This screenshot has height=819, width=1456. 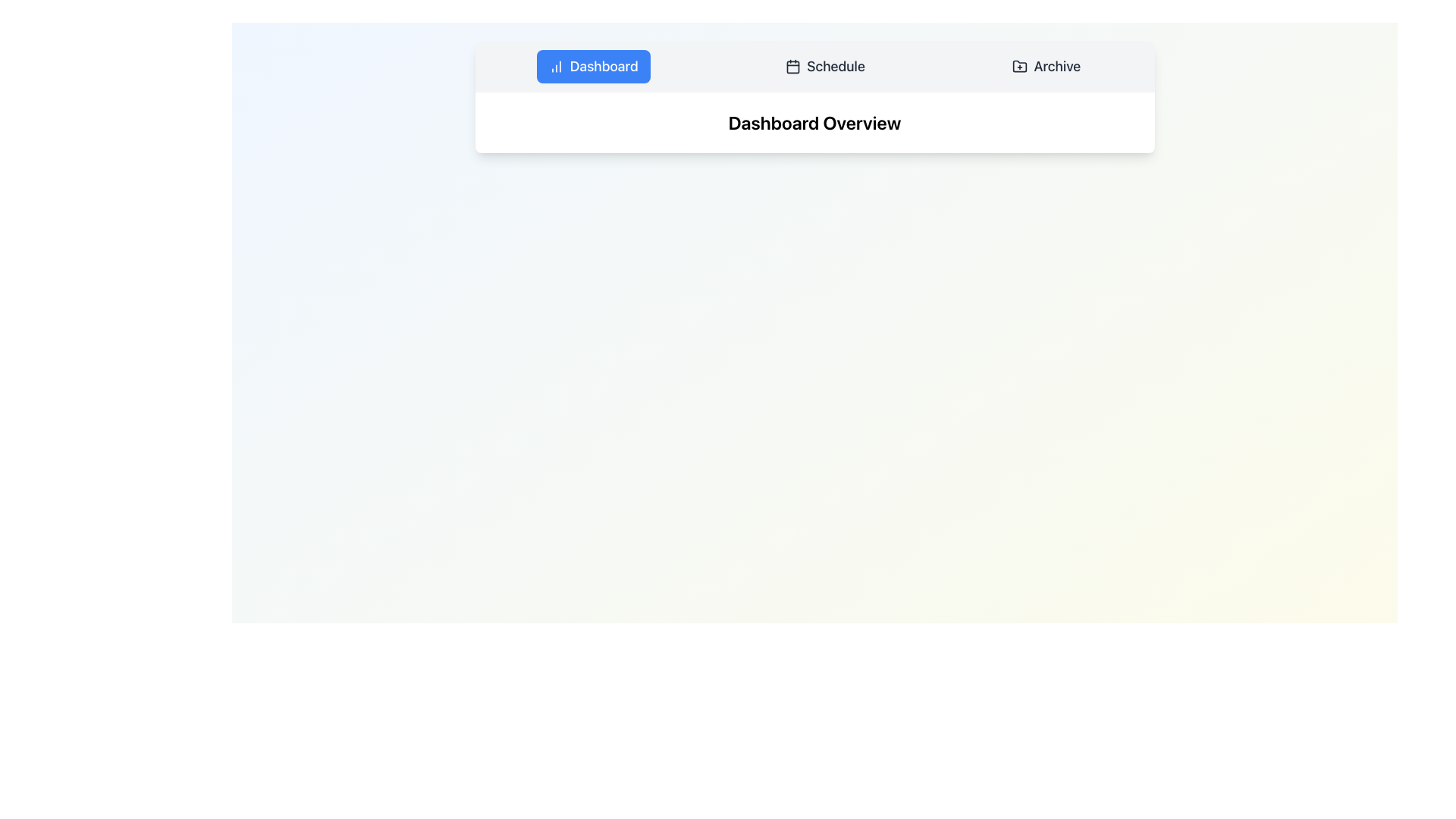 What do you see at coordinates (792, 66) in the screenshot?
I see `the calendar icon located to the left of the 'Schedule' text in the upper center of the interface` at bounding box center [792, 66].